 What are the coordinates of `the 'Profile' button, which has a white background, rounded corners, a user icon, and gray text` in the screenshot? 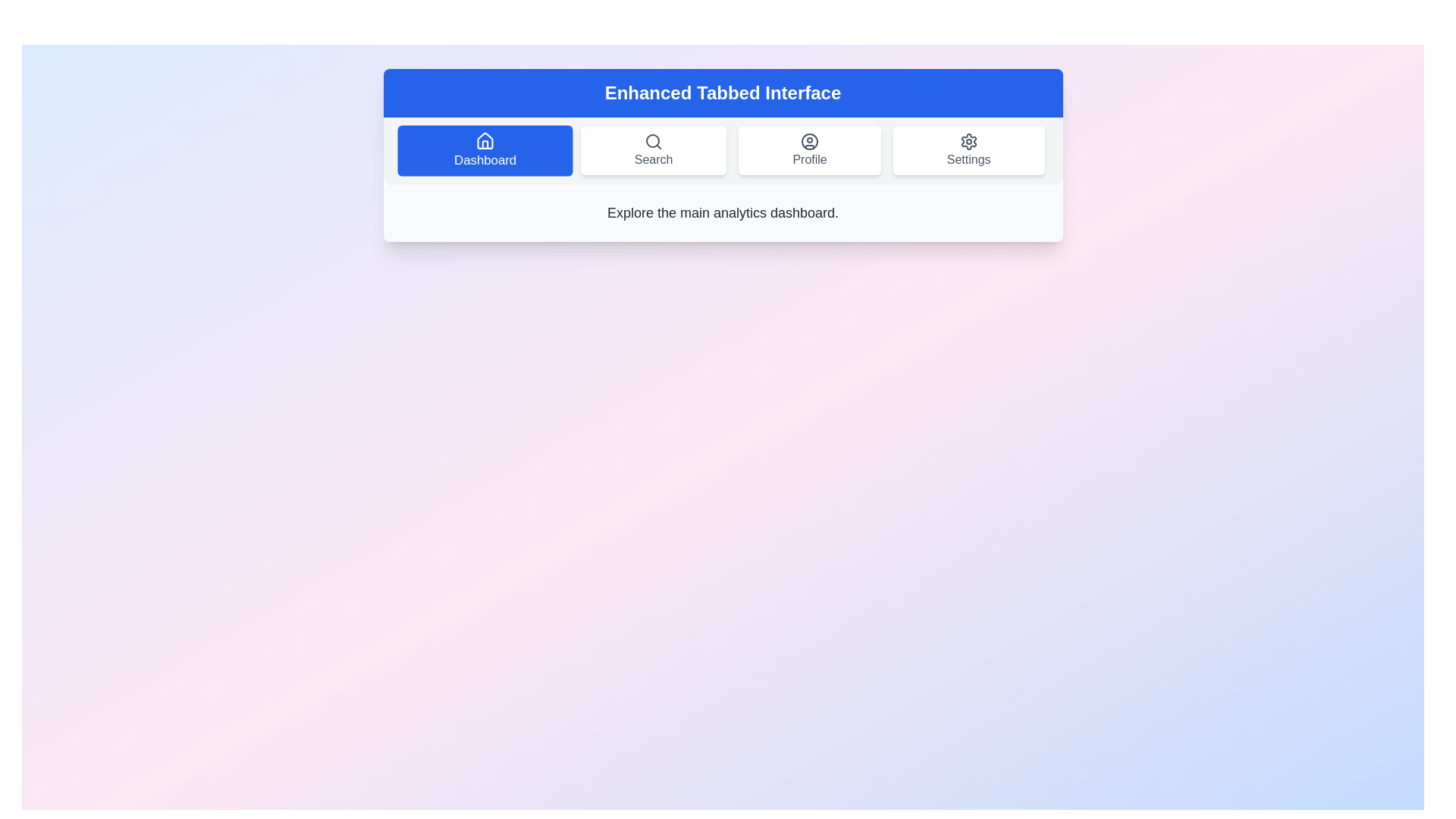 It's located at (809, 151).